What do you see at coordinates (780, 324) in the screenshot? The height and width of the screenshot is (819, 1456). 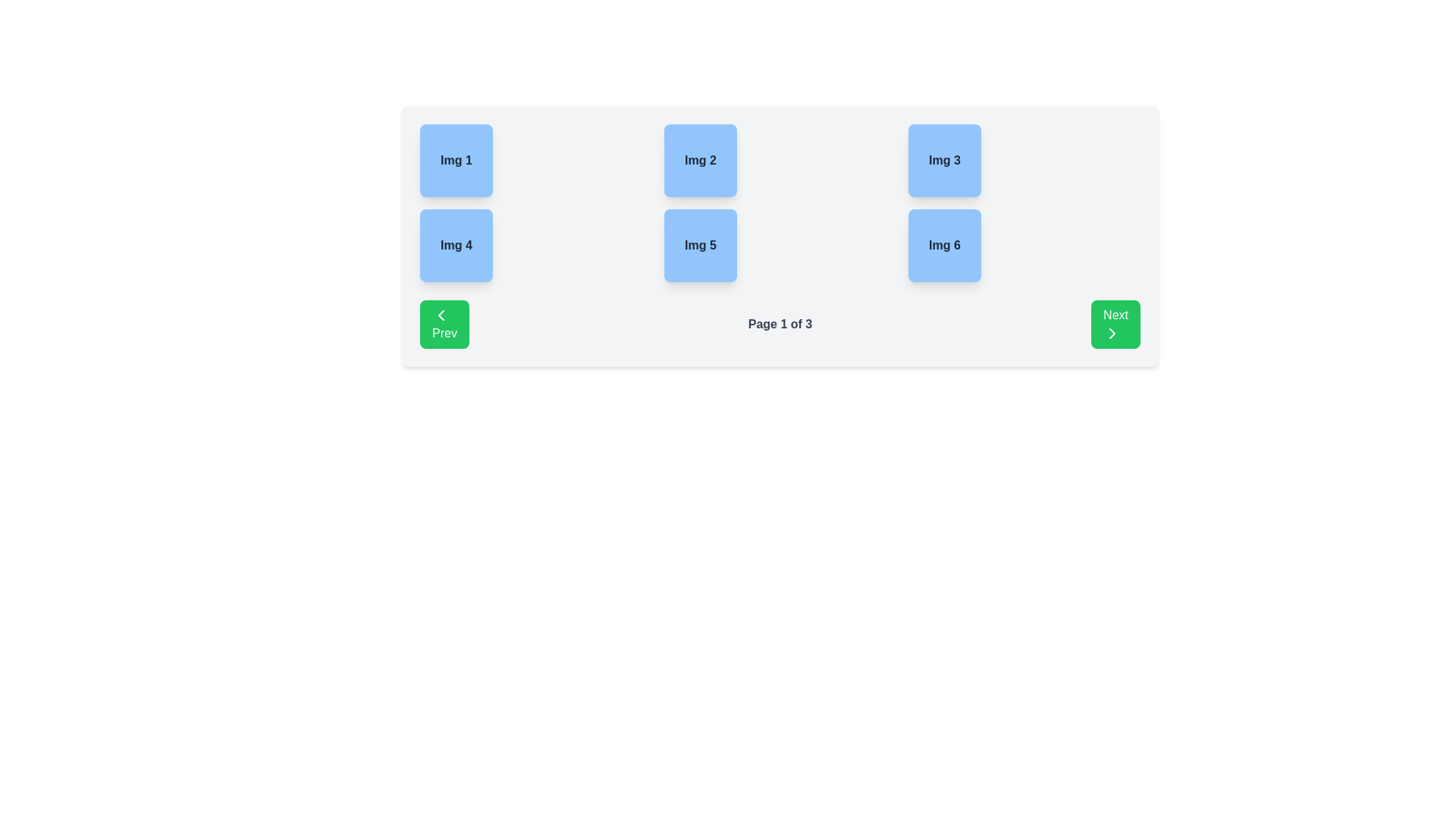 I see `the static text label that indicates the current page number in the pagination system, which is centrally positioned between the 'Prev' and 'Next' buttons` at bounding box center [780, 324].